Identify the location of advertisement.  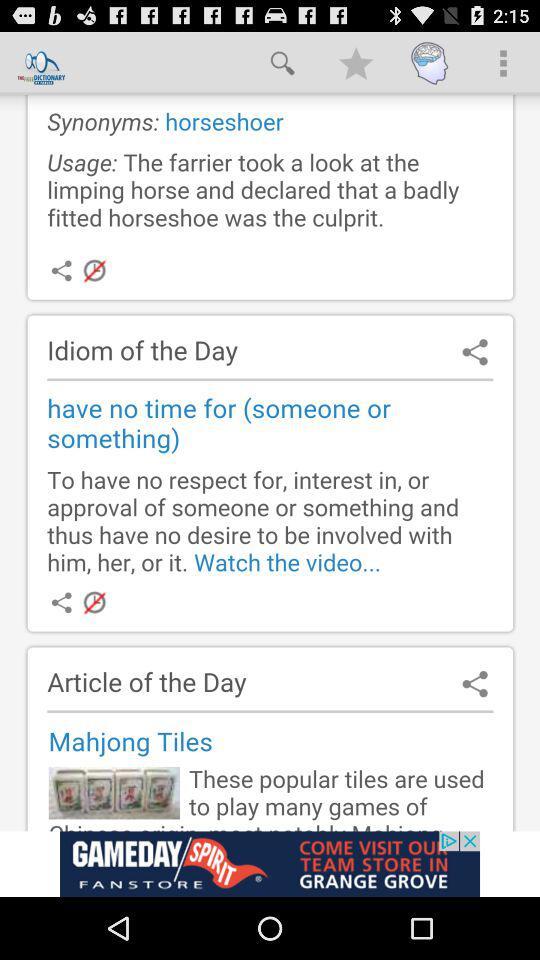
(270, 462).